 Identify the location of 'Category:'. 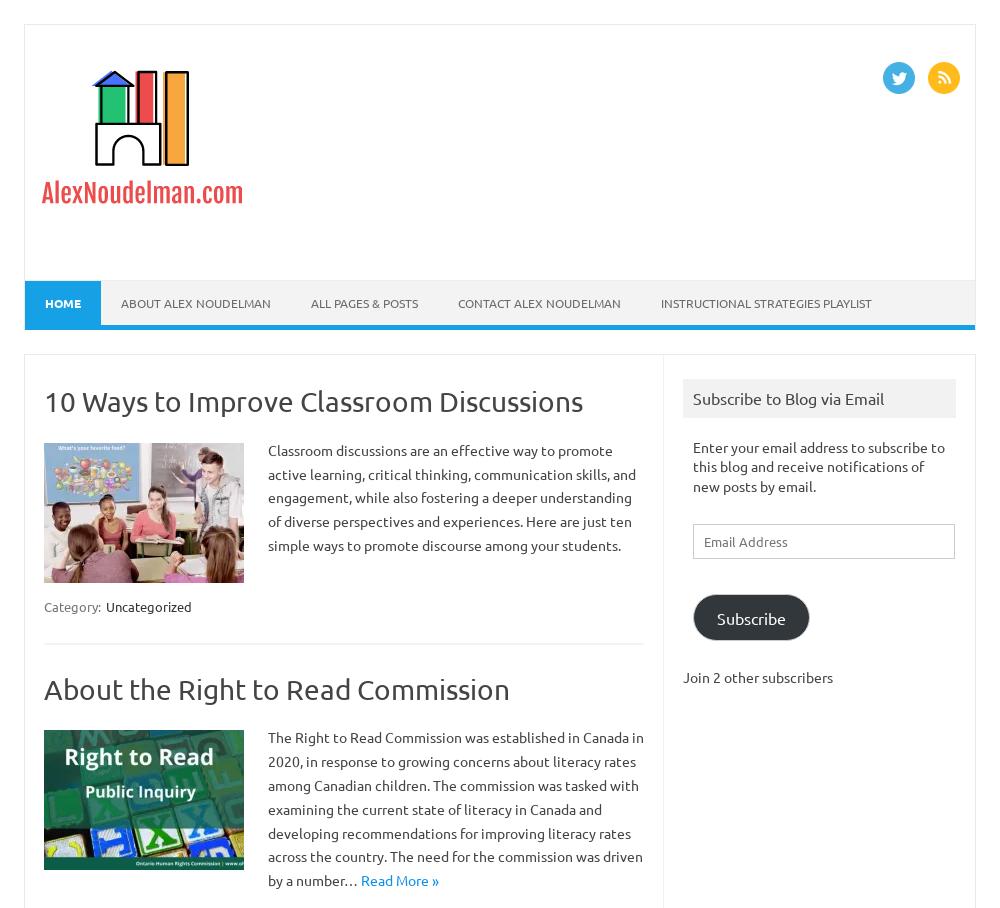
(44, 605).